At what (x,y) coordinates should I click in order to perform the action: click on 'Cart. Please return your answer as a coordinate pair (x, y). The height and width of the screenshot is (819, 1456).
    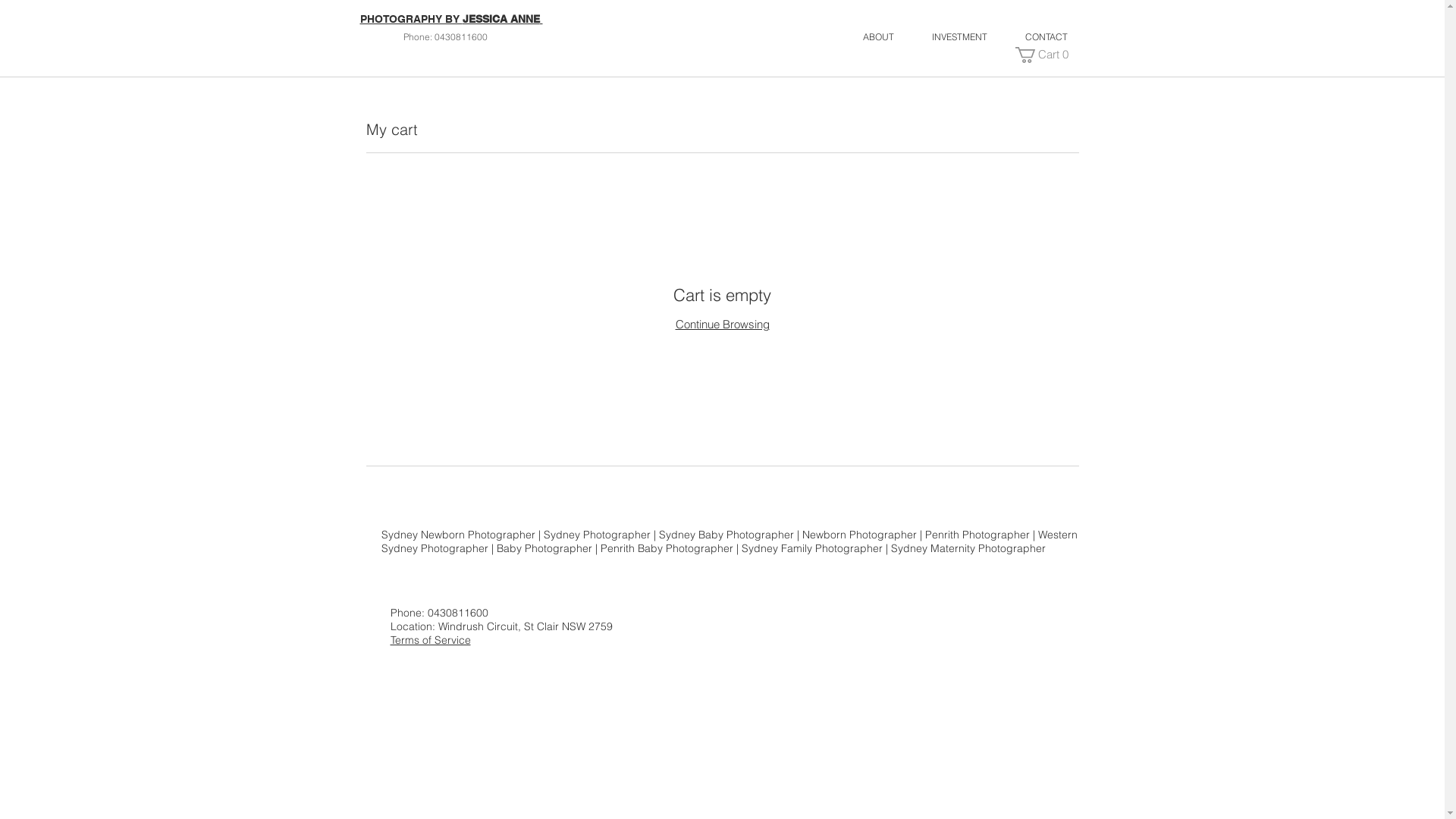
    Looking at the image, I should click on (1043, 54).